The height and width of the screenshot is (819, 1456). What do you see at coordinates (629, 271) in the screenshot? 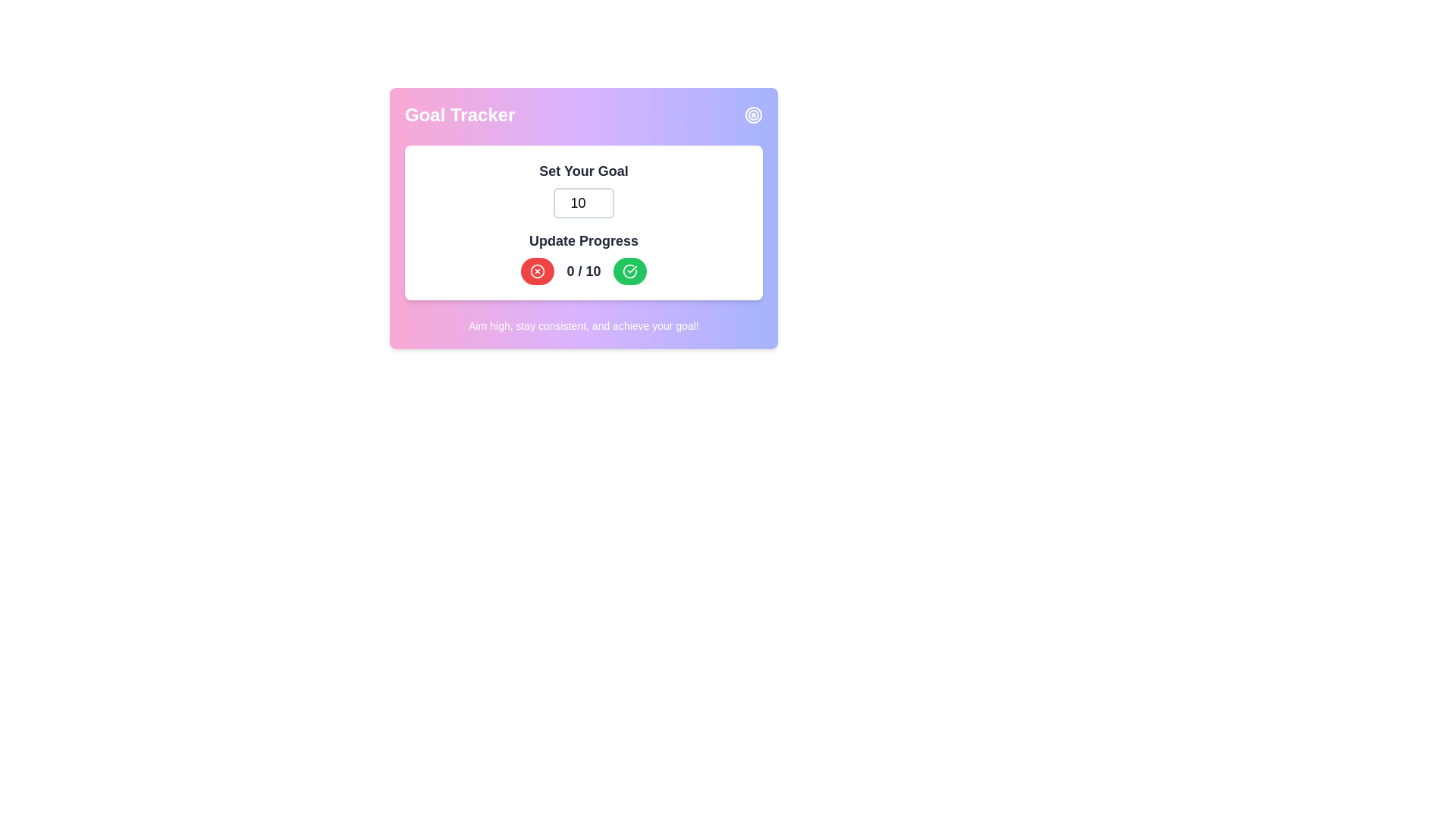
I see `the circular green button with a white checkmark icon to confirm the progress update located under the 'Update Progress' label` at bounding box center [629, 271].